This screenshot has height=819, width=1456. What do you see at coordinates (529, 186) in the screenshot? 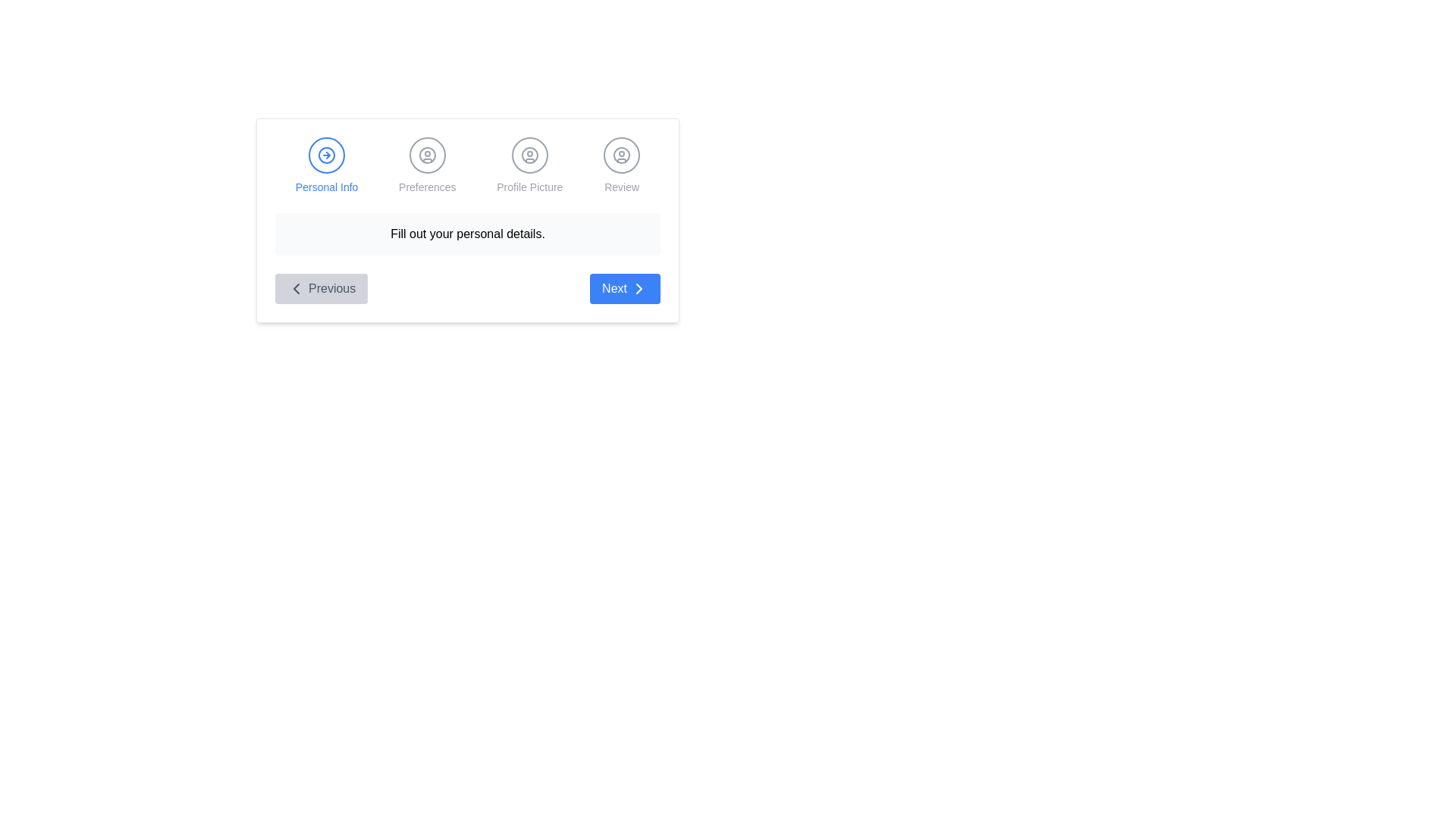
I see `the 'Profile Picture' text label which is displayed in gray color and appears beneath the circular avatar icon in the profile section of the multi-step form header` at bounding box center [529, 186].